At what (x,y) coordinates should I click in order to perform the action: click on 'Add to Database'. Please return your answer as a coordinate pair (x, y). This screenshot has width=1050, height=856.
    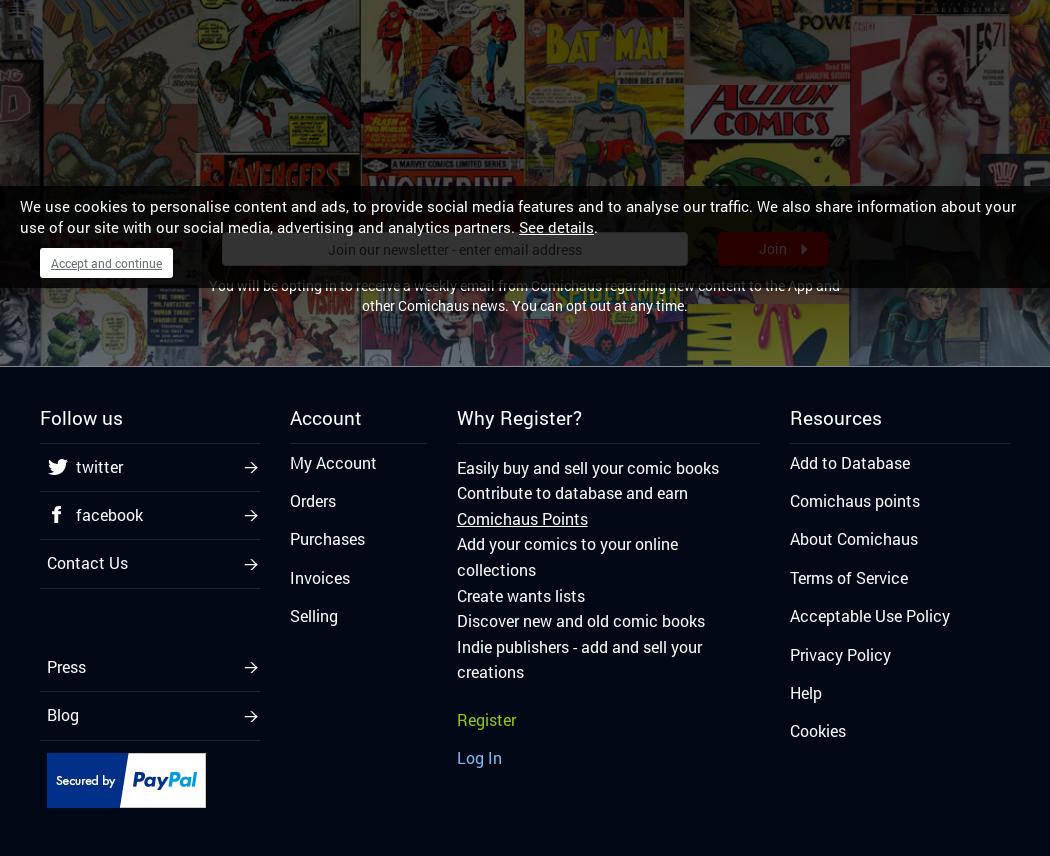
    Looking at the image, I should click on (849, 461).